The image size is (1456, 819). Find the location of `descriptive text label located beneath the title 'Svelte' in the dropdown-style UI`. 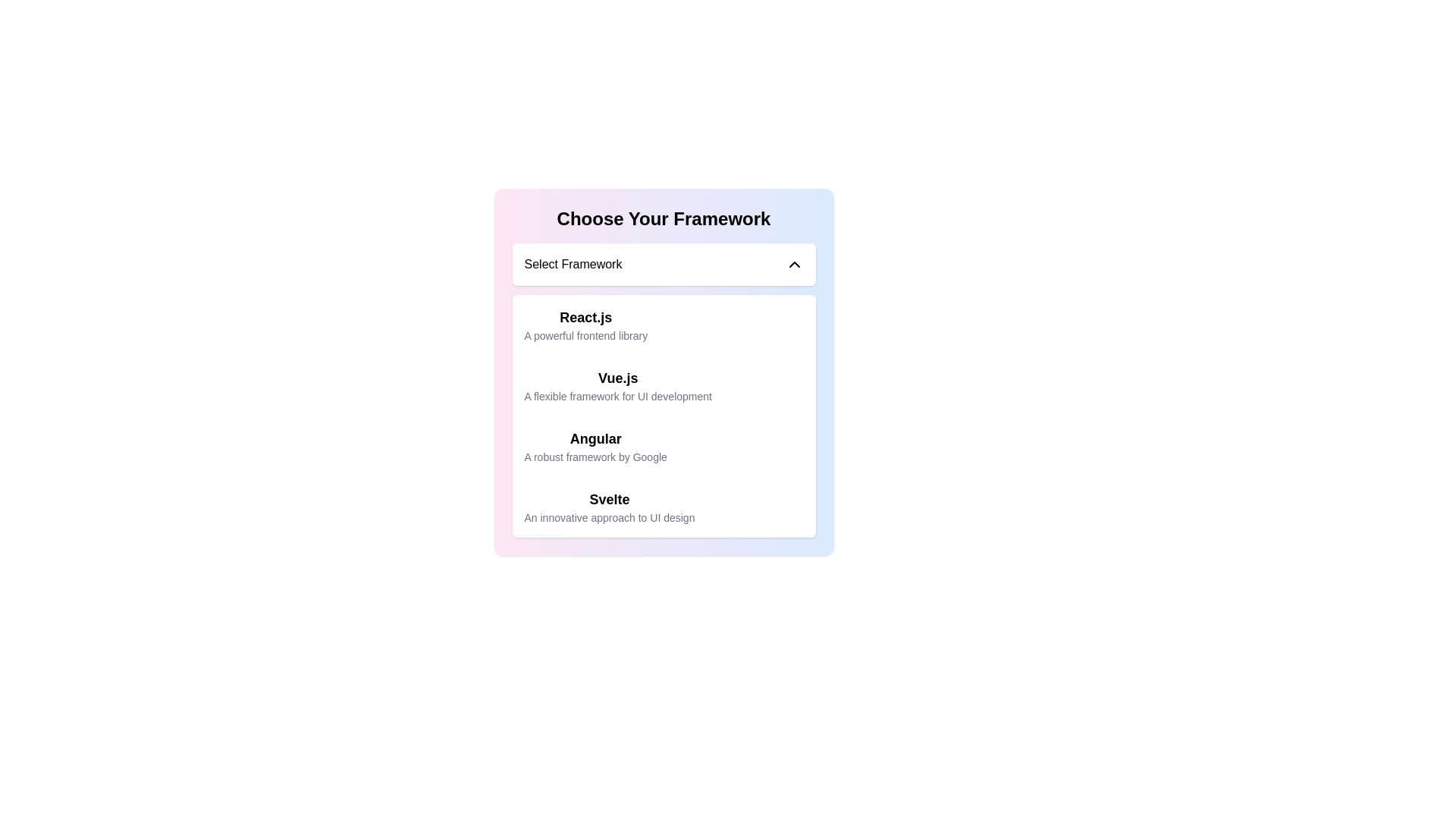

descriptive text label located beneath the title 'Svelte' in the dropdown-style UI is located at coordinates (609, 516).